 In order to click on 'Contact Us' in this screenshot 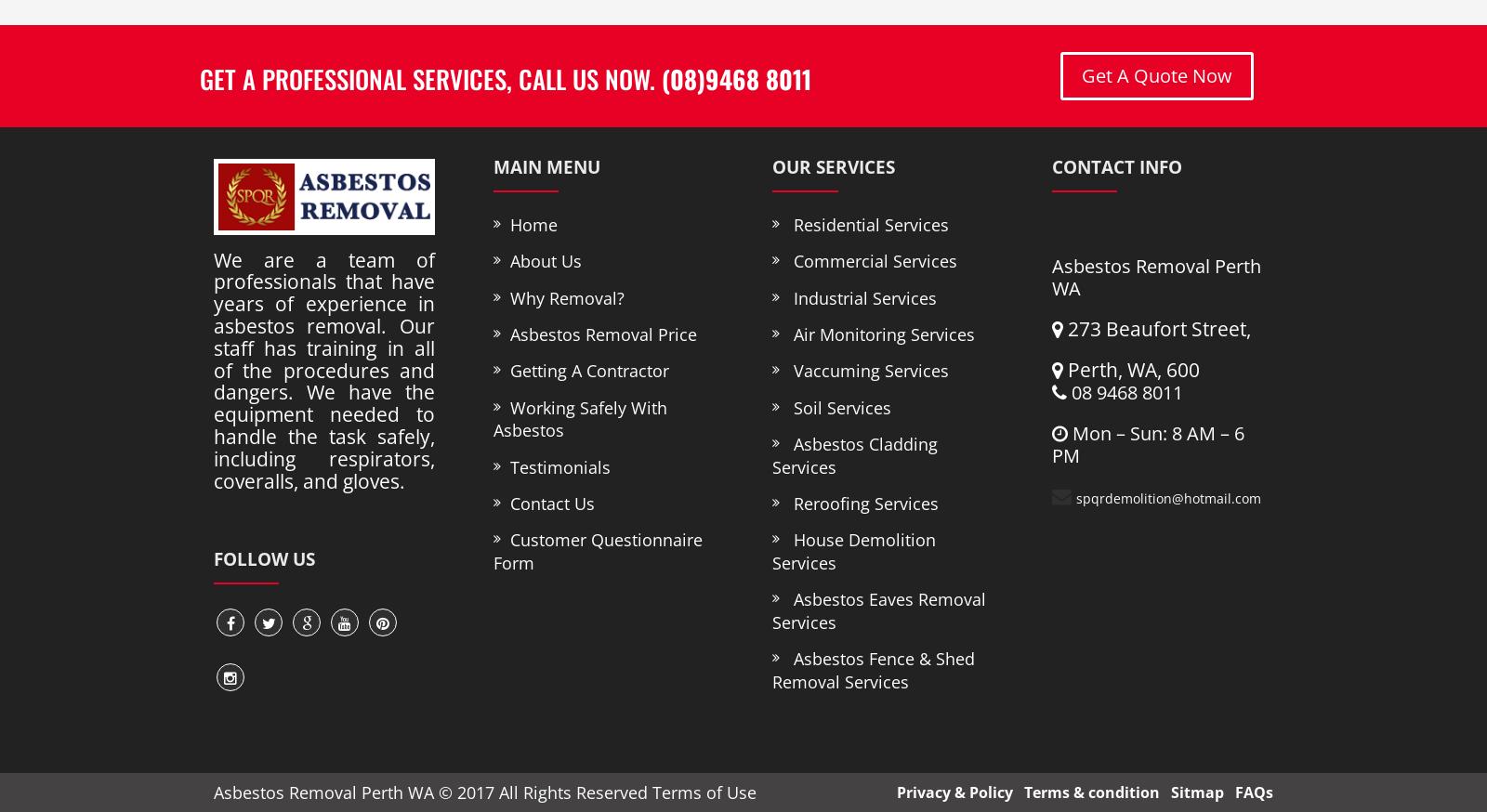, I will do `click(546, 503)`.